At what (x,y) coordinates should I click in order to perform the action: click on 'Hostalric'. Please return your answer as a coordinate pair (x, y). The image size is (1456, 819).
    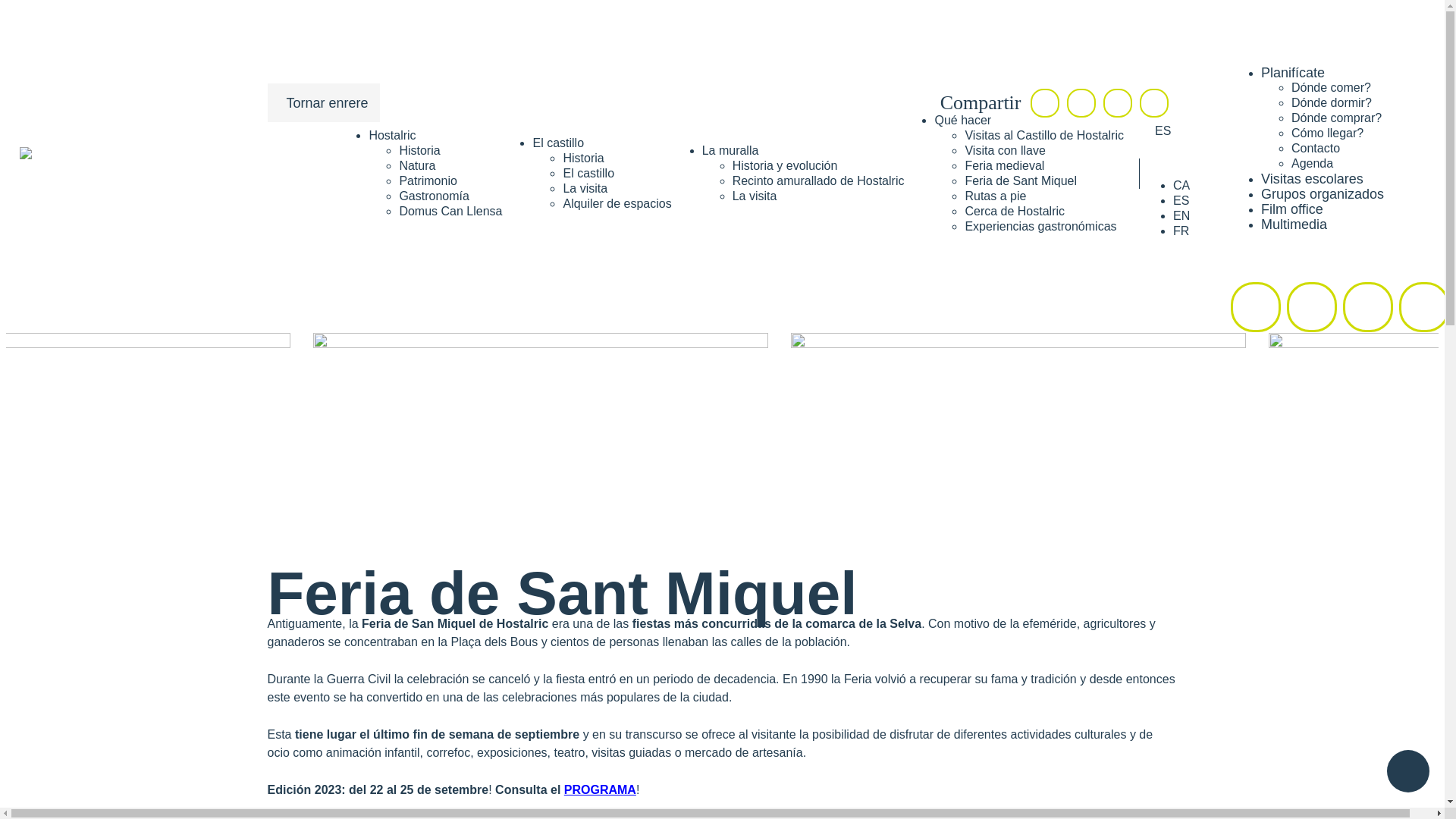
    Looking at the image, I should click on (368, 134).